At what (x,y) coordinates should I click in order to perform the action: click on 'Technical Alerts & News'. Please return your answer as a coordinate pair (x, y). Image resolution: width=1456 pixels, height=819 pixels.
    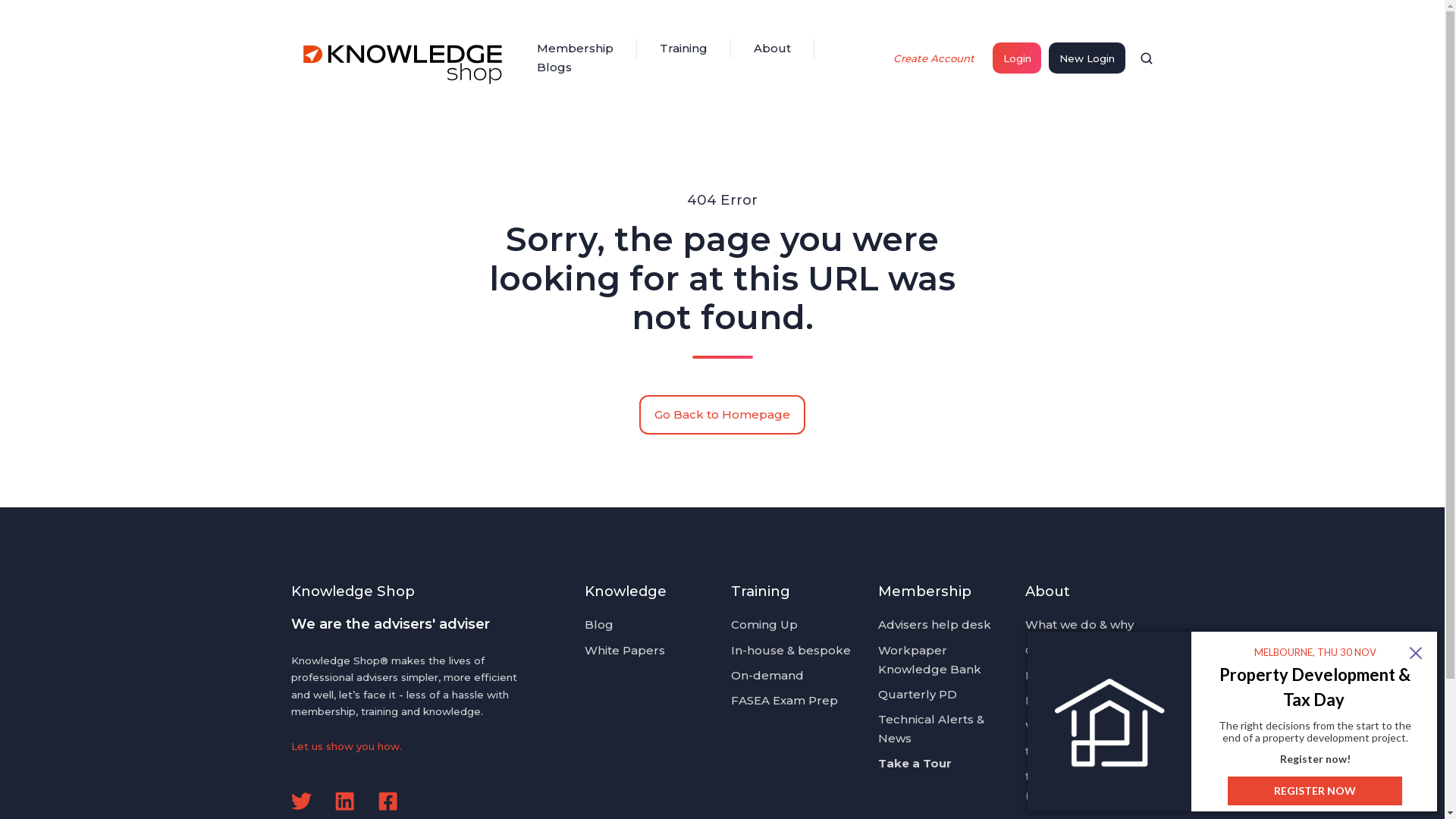
    Looking at the image, I should click on (930, 727).